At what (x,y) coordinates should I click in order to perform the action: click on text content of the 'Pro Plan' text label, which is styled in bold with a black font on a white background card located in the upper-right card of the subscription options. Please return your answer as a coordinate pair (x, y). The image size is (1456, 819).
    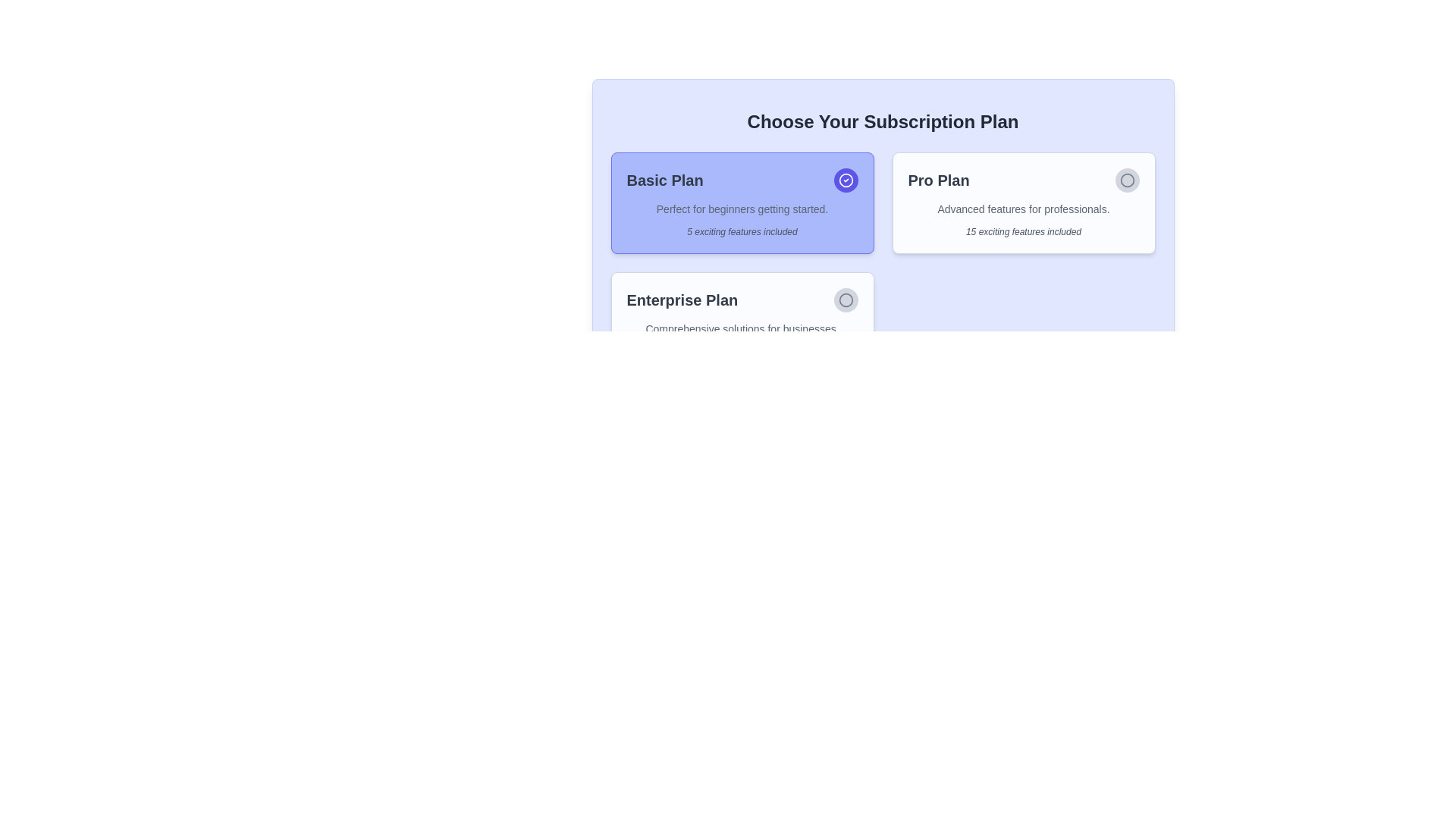
    Looking at the image, I should click on (938, 180).